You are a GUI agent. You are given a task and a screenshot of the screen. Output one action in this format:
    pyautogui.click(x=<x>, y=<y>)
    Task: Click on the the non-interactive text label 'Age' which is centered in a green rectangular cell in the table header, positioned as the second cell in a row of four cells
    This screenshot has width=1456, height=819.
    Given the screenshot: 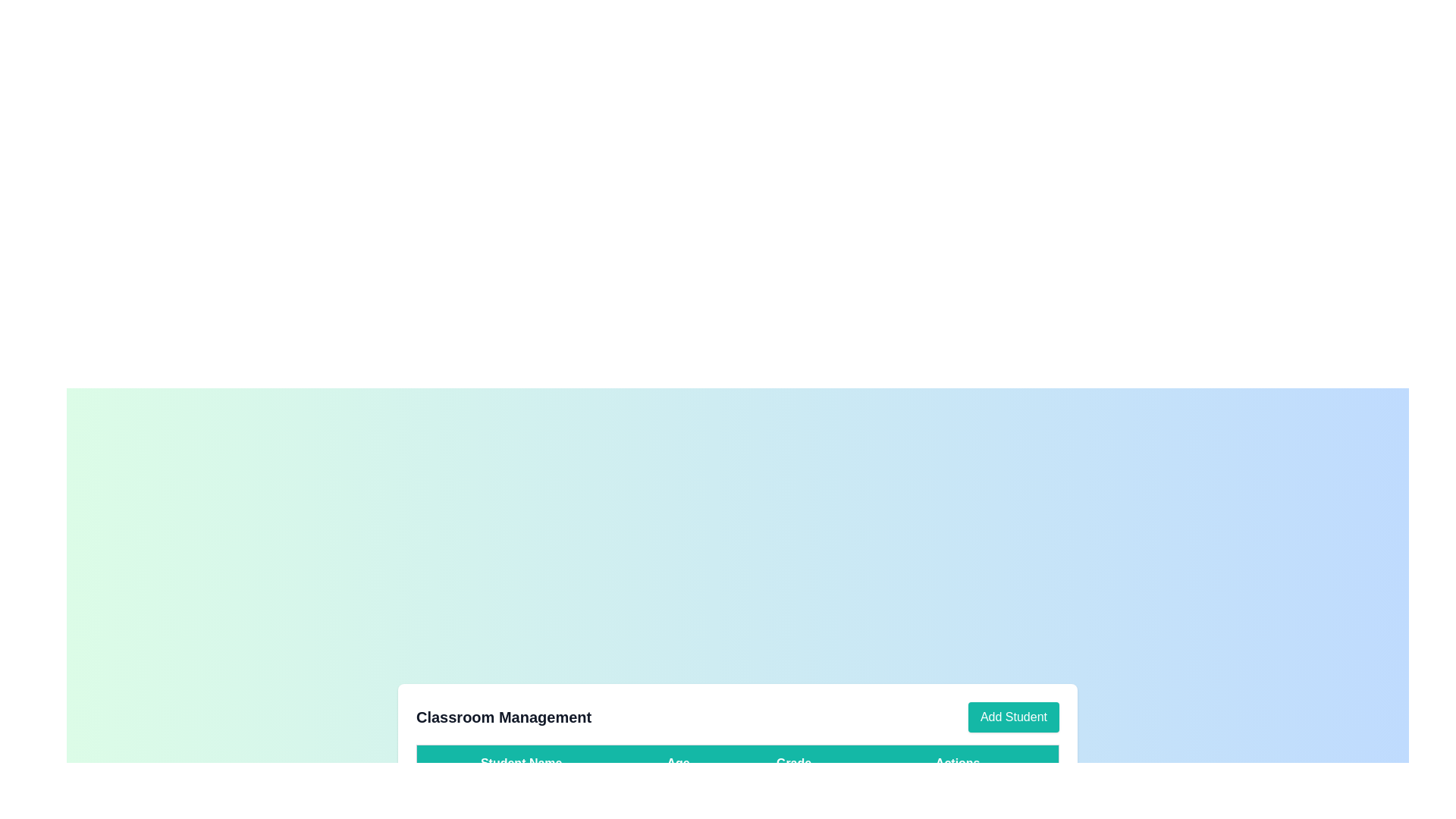 What is the action you would take?
    pyautogui.click(x=677, y=763)
    